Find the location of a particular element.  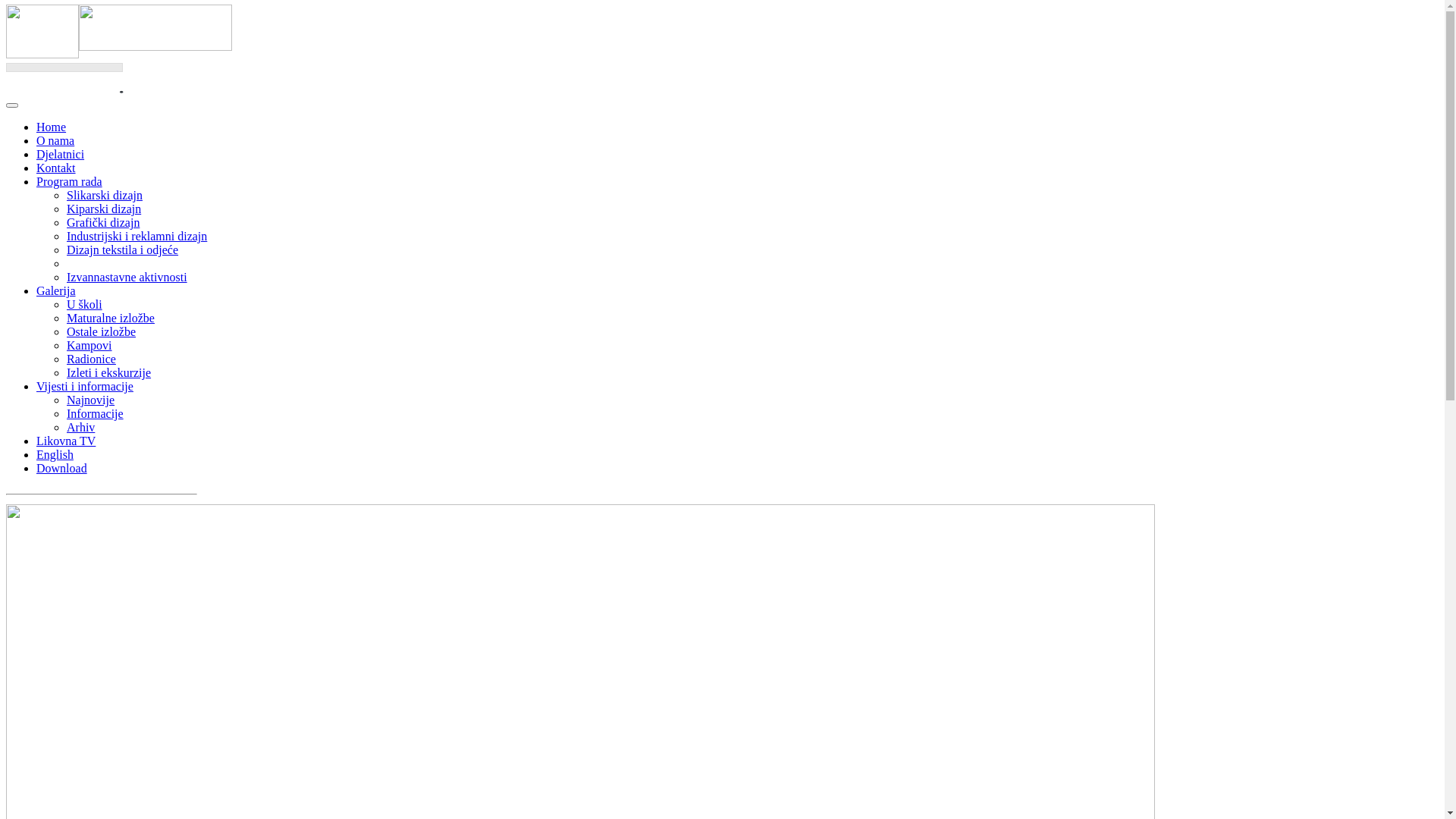

'O nama' is located at coordinates (36, 140).